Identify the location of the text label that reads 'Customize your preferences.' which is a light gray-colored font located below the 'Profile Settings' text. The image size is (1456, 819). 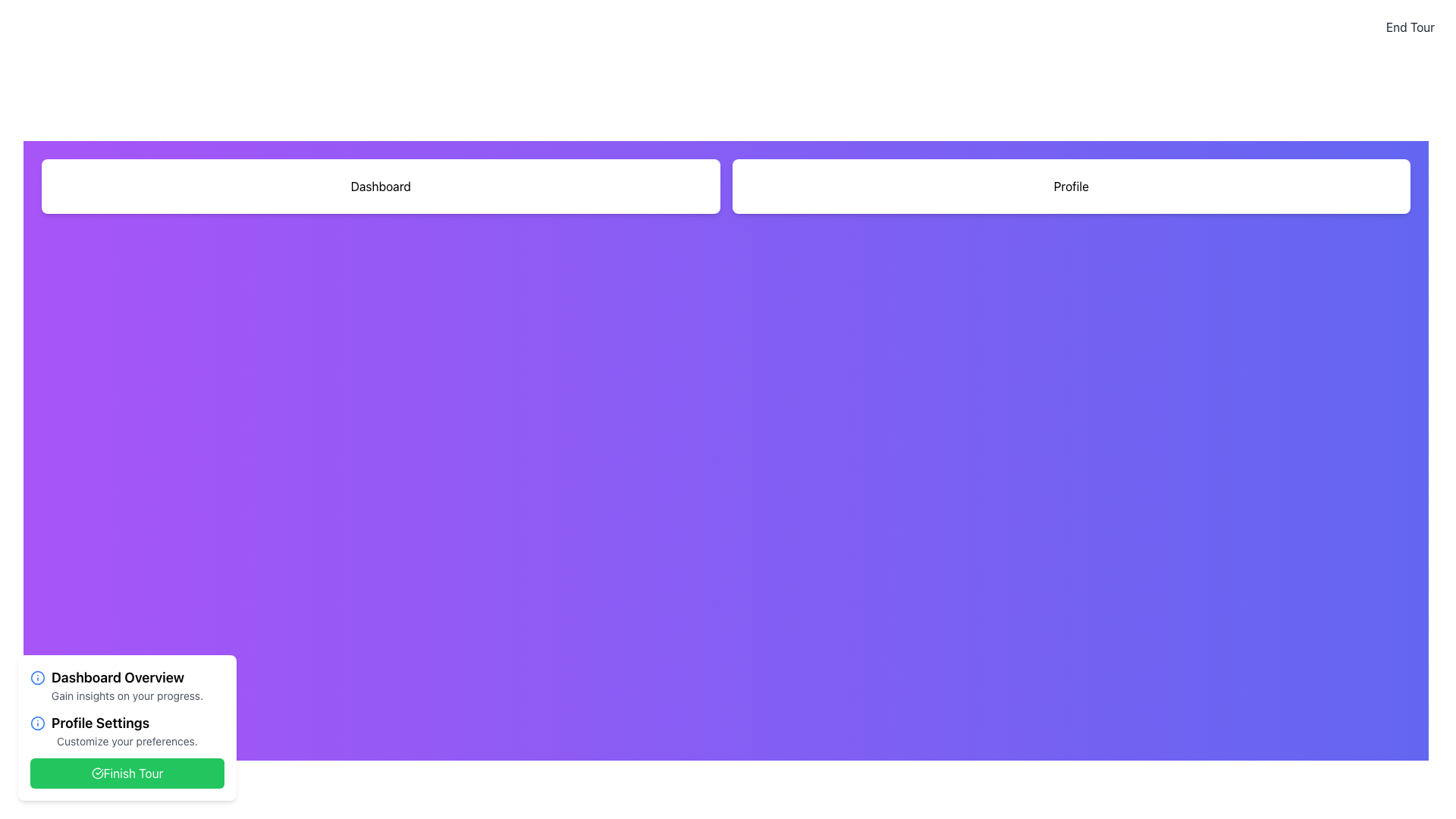
(127, 741).